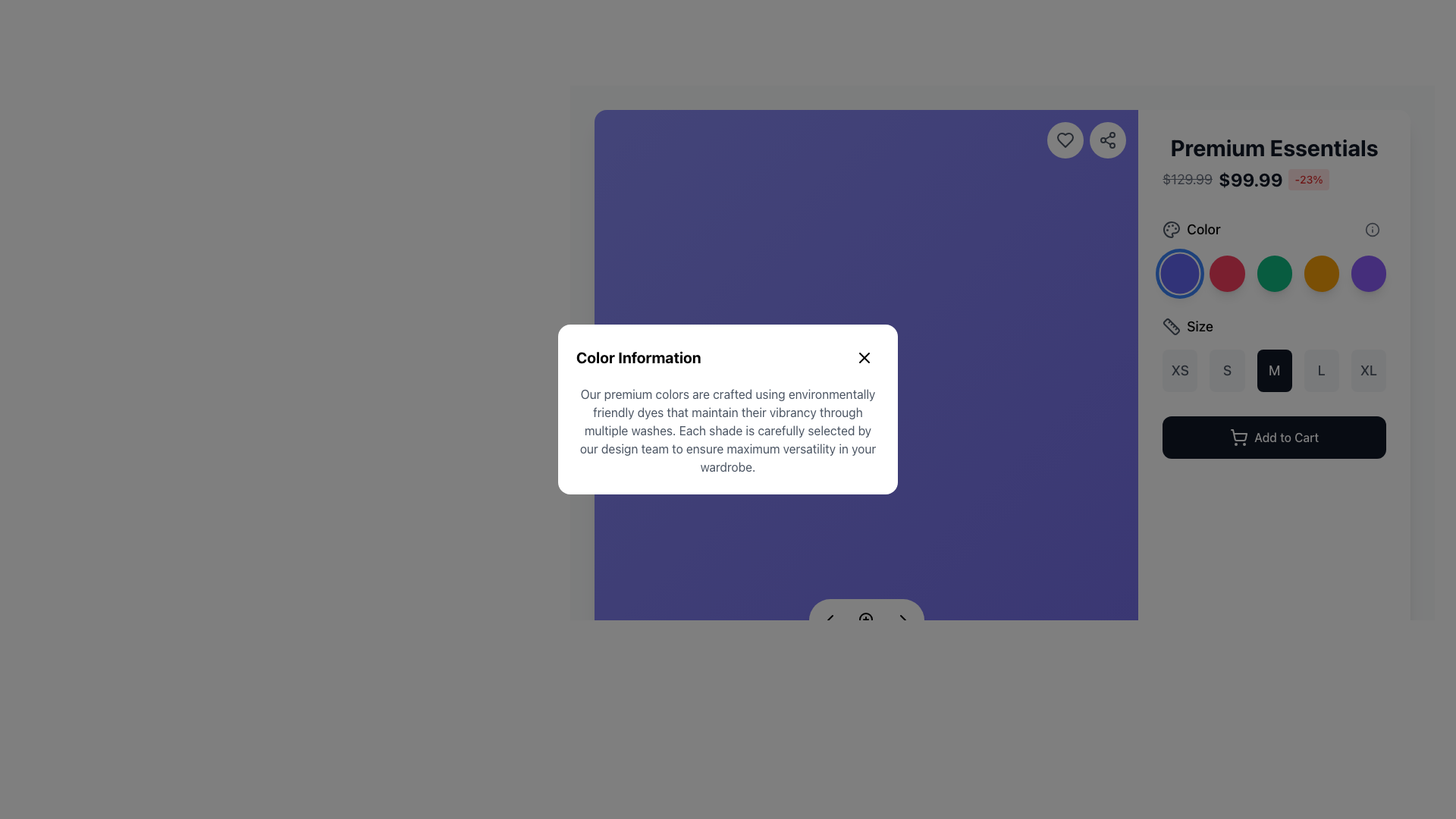 This screenshot has height=819, width=1456. What do you see at coordinates (639, 357) in the screenshot?
I see `static text label at the top of the modal that summarizes its content regarding colors` at bounding box center [639, 357].